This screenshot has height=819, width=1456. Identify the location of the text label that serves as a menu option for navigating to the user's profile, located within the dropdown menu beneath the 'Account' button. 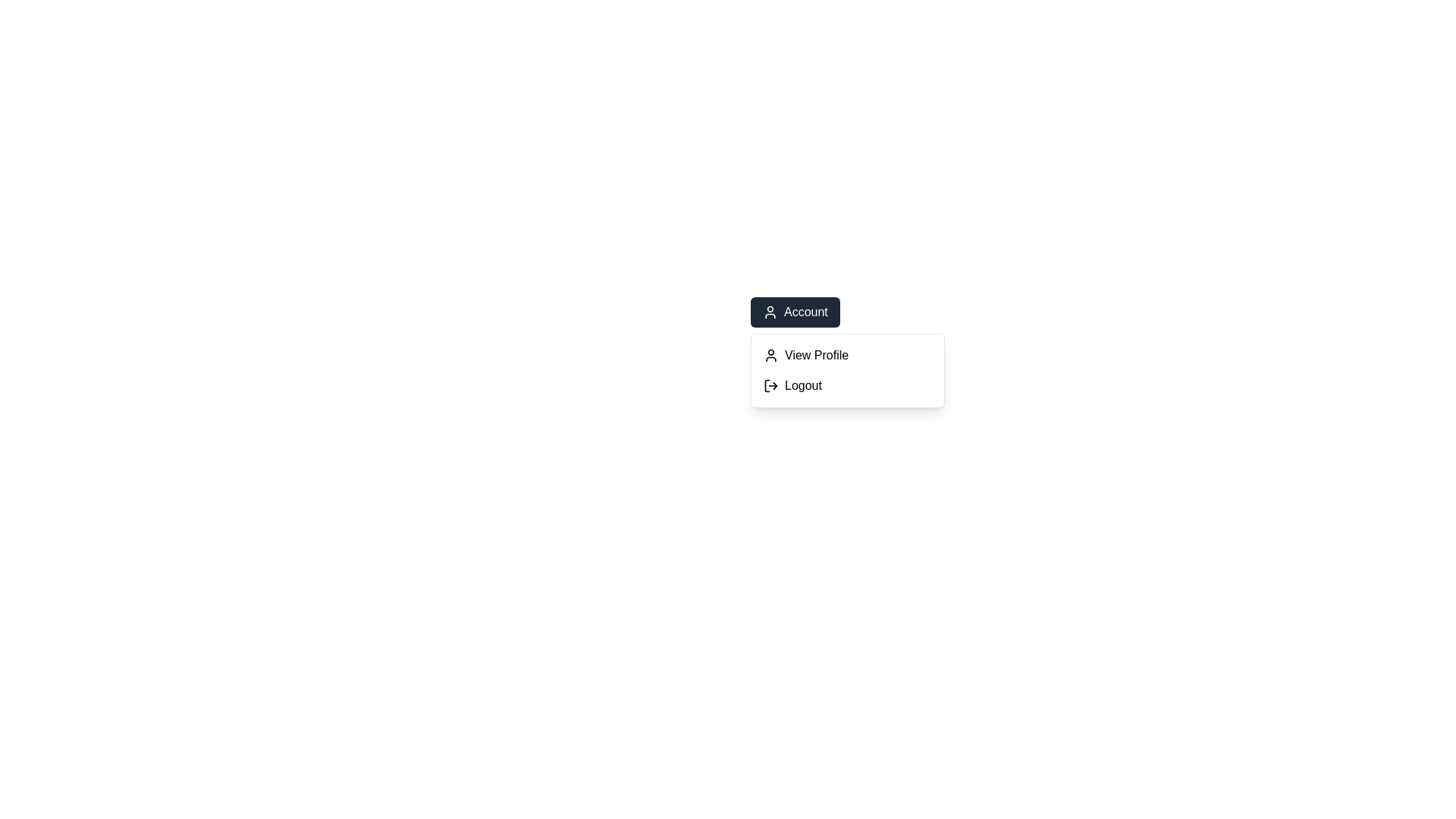
(816, 356).